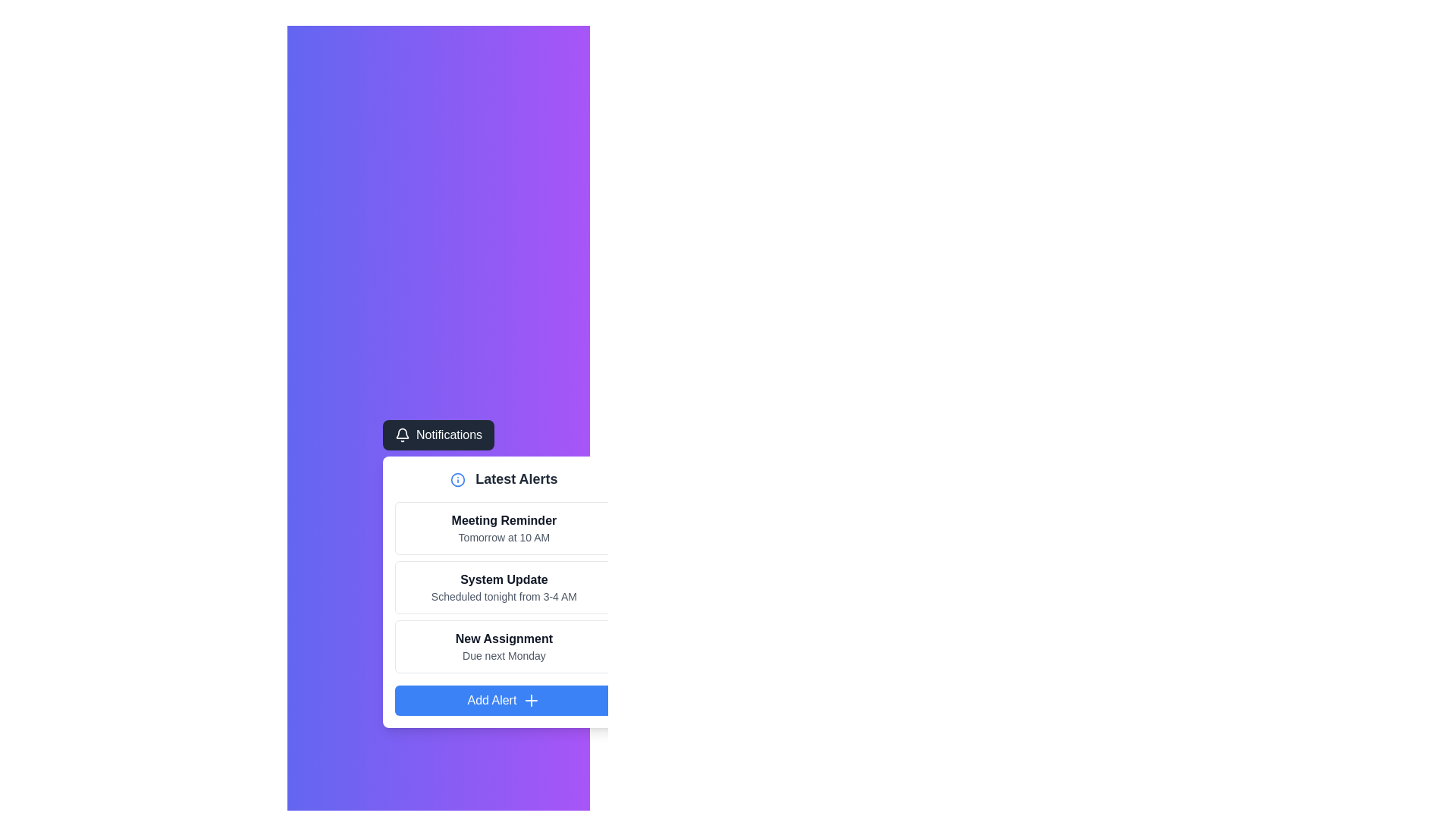 This screenshot has width=1456, height=819. I want to click on the white bell icon, which is part of the 'Notifications' button, so click(402, 435).